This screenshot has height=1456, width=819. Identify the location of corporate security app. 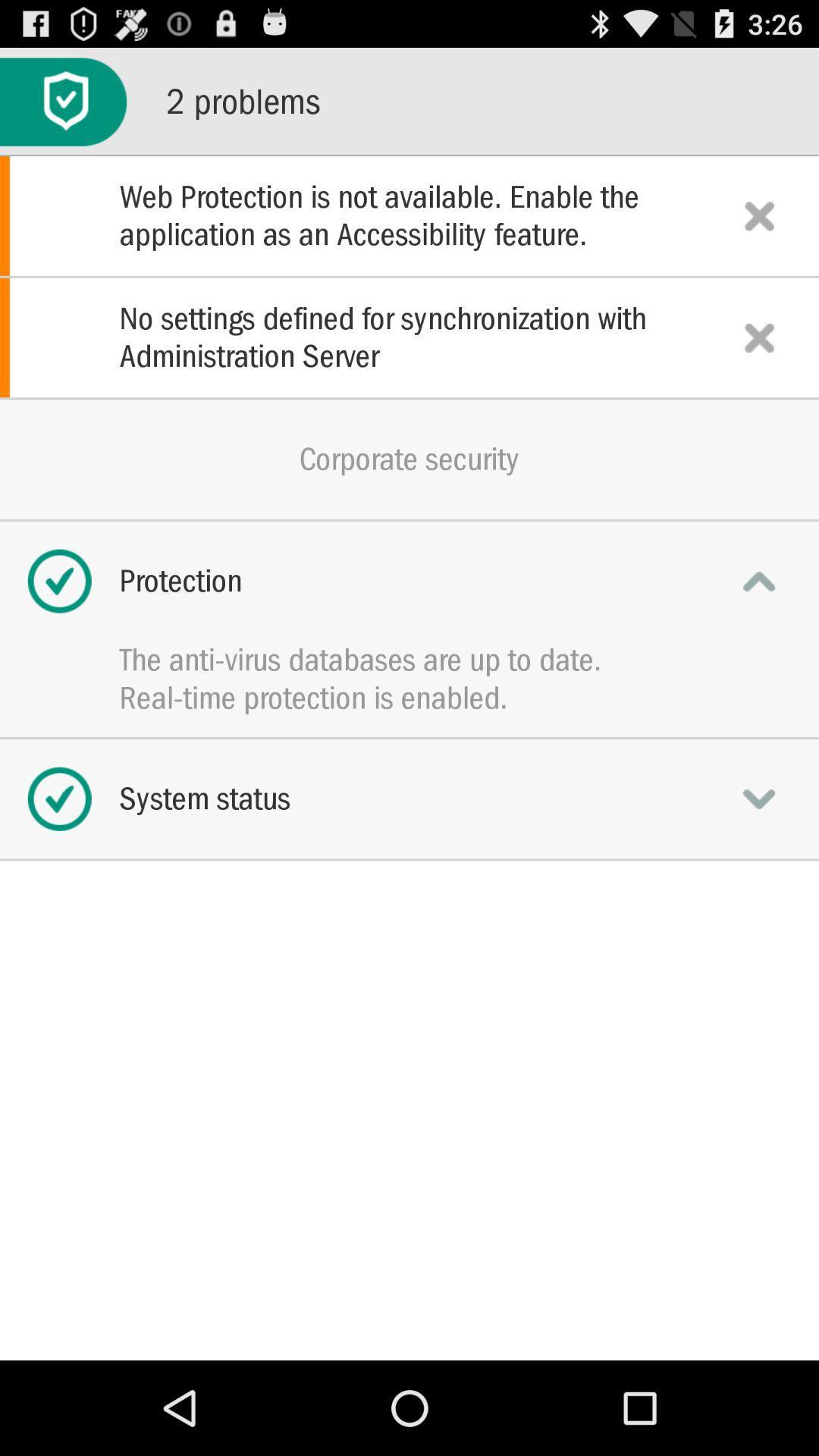
(409, 458).